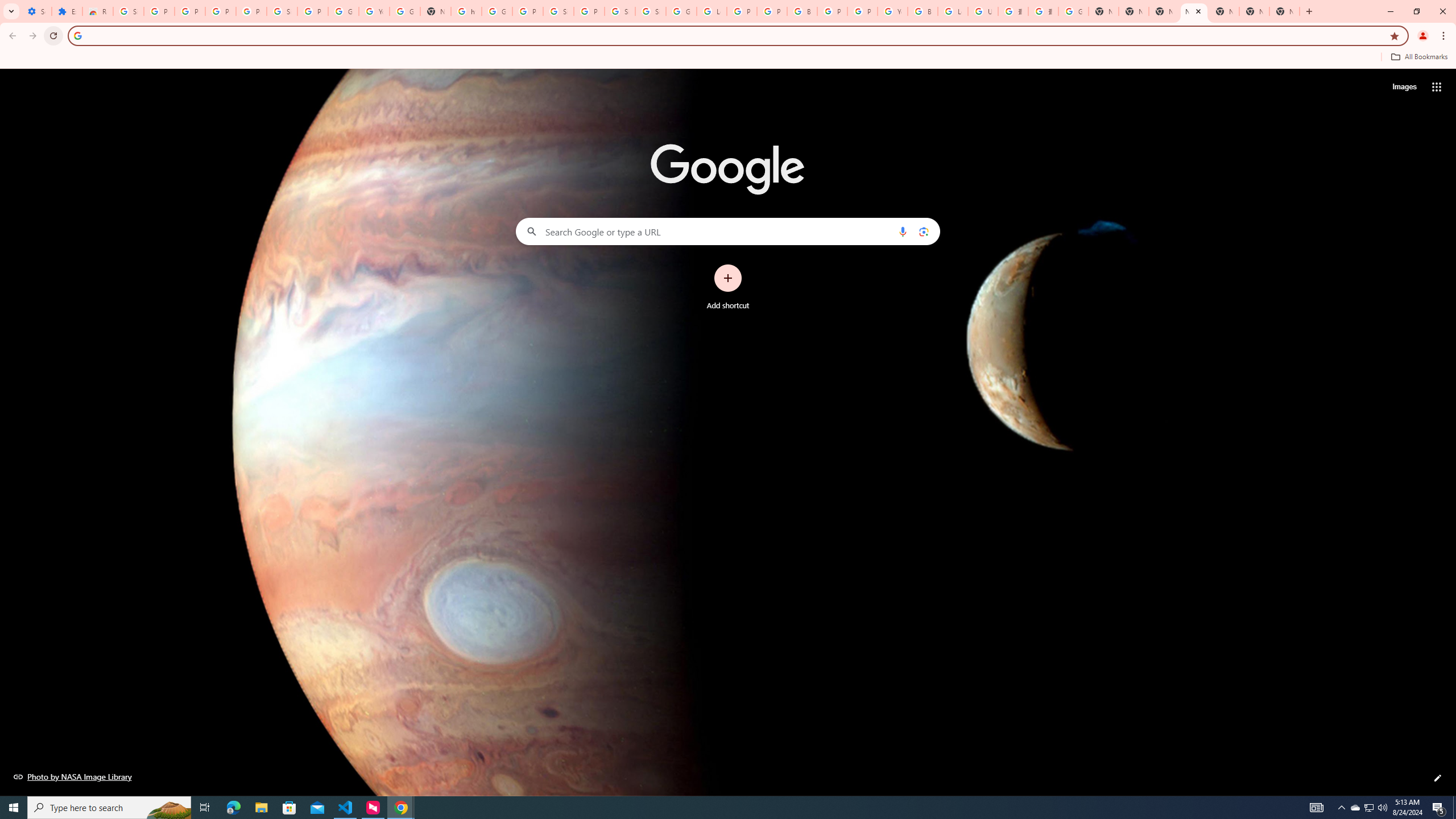 This screenshot has height=819, width=1456. Describe the element at coordinates (619, 11) in the screenshot. I see `'Sign in - Google Accounts'` at that location.